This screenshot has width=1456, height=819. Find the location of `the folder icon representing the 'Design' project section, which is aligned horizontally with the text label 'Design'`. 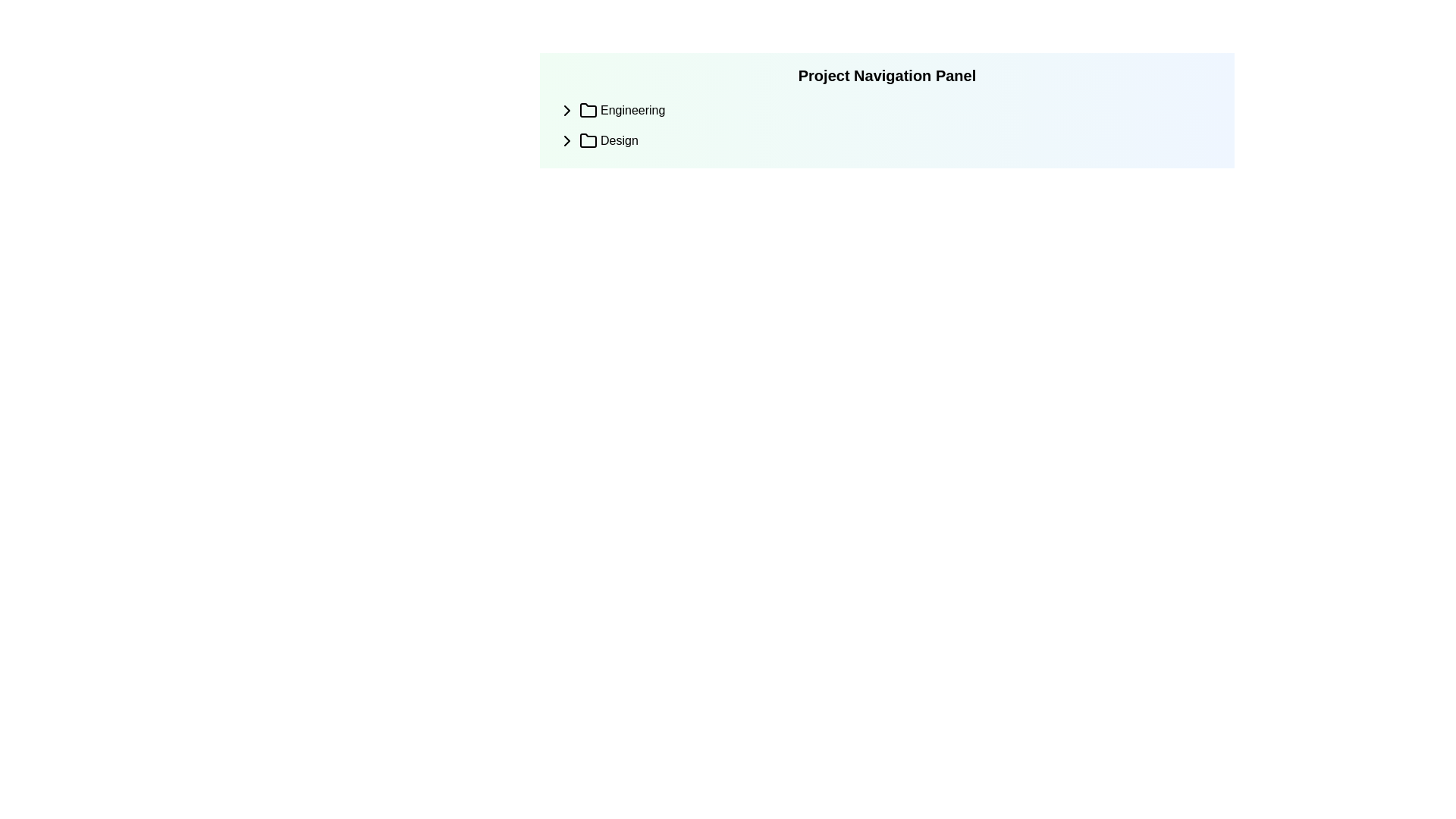

the folder icon representing the 'Design' project section, which is aligned horizontally with the text label 'Design' is located at coordinates (588, 140).